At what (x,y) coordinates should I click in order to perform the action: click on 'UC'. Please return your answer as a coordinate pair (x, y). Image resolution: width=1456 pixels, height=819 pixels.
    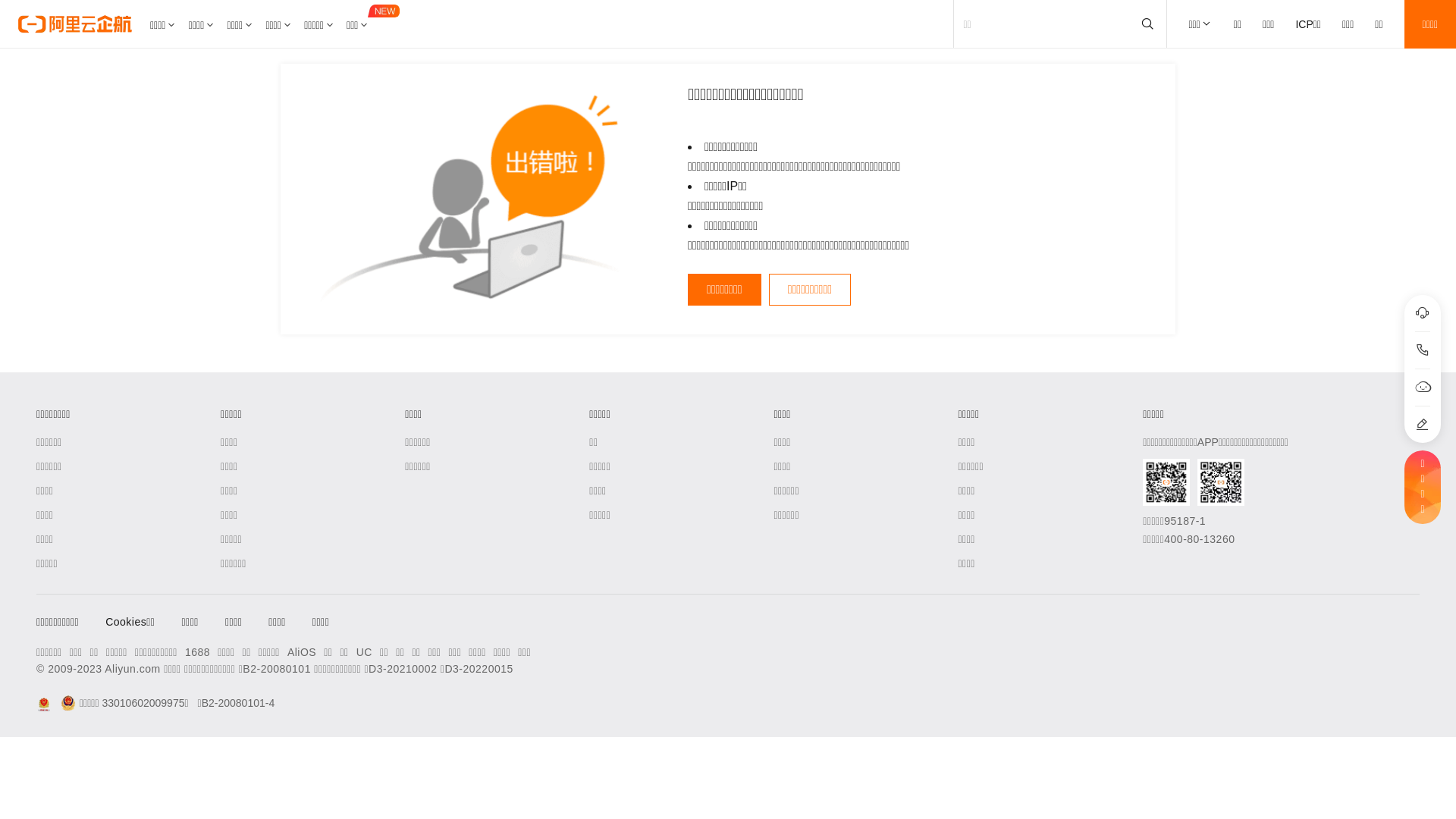
    Looking at the image, I should click on (364, 651).